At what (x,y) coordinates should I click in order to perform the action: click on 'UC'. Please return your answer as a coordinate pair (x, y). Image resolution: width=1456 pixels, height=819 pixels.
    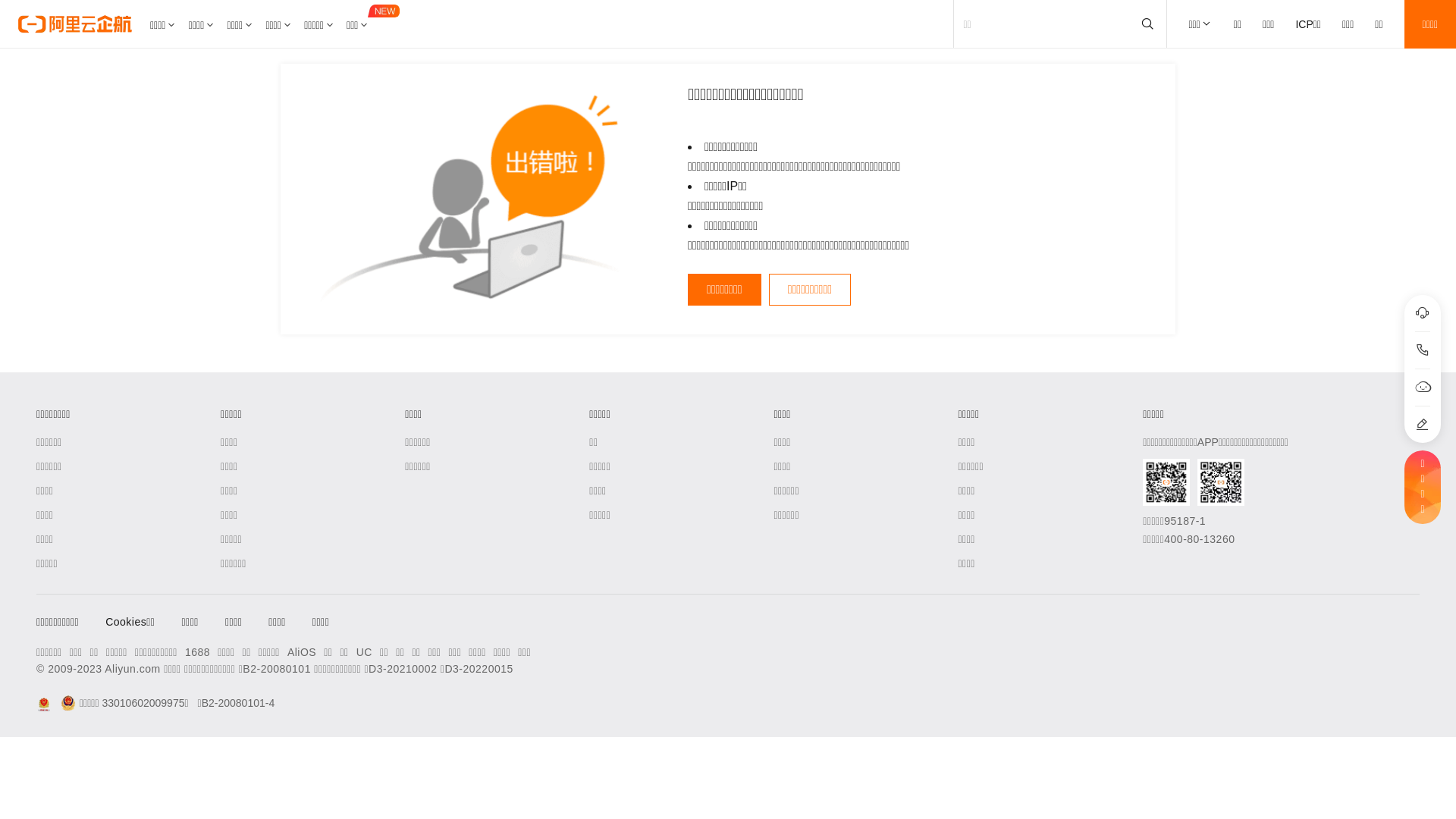
    Looking at the image, I should click on (364, 651).